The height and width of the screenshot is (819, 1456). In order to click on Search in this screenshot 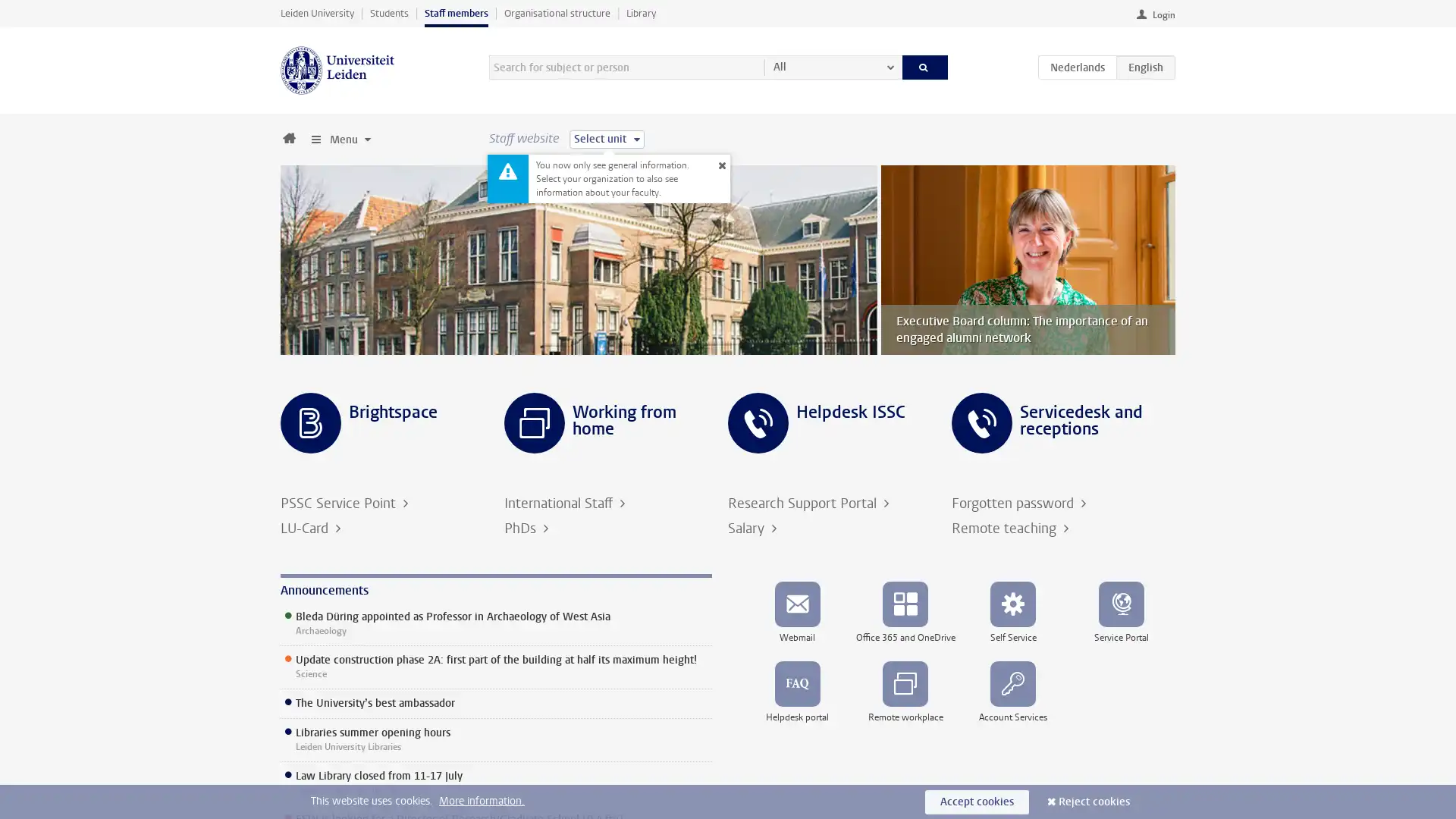, I will do `click(924, 66)`.